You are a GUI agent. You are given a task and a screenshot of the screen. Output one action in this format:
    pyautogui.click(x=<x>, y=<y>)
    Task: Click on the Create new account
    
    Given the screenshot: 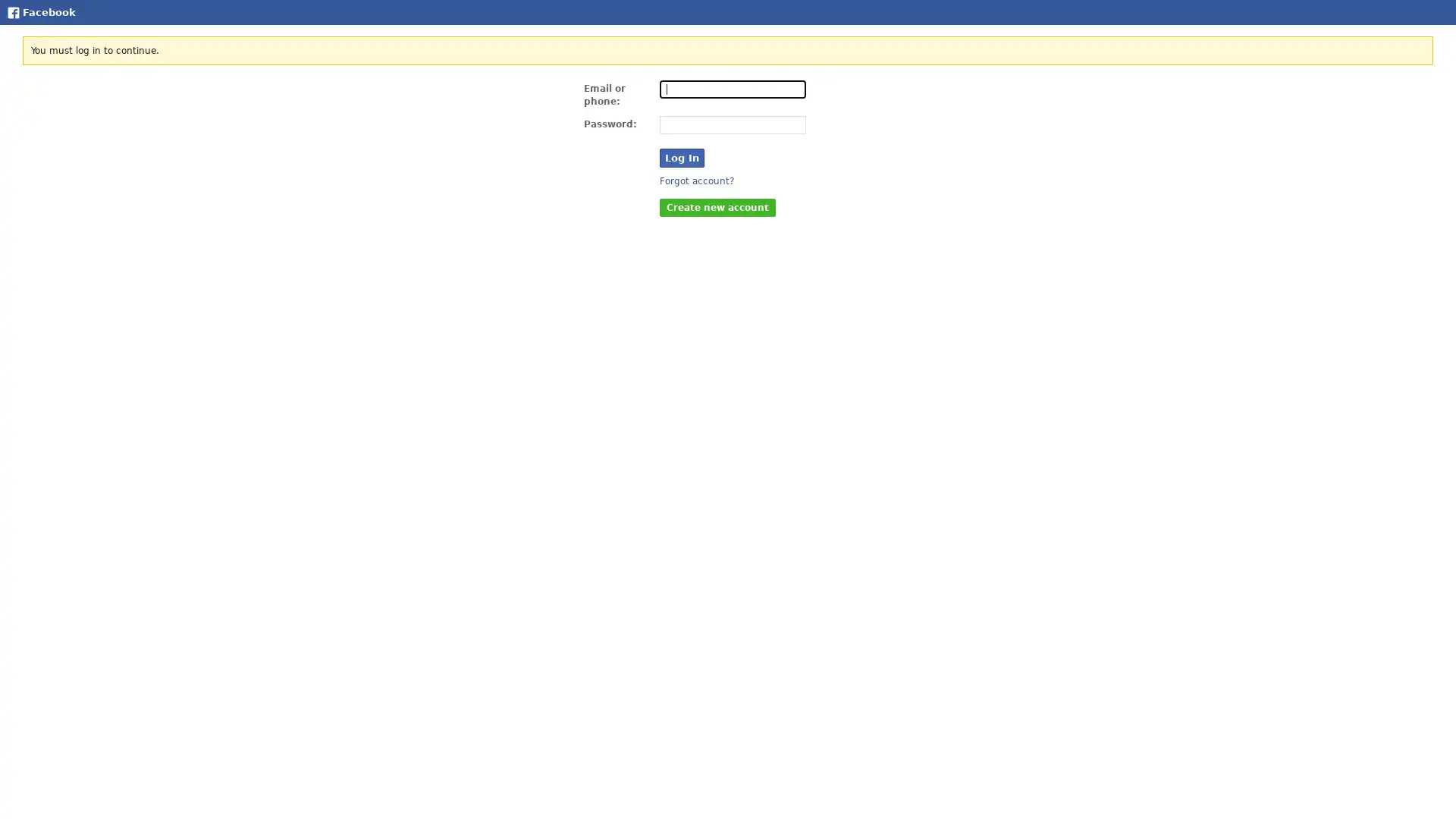 What is the action you would take?
    pyautogui.click(x=717, y=207)
    